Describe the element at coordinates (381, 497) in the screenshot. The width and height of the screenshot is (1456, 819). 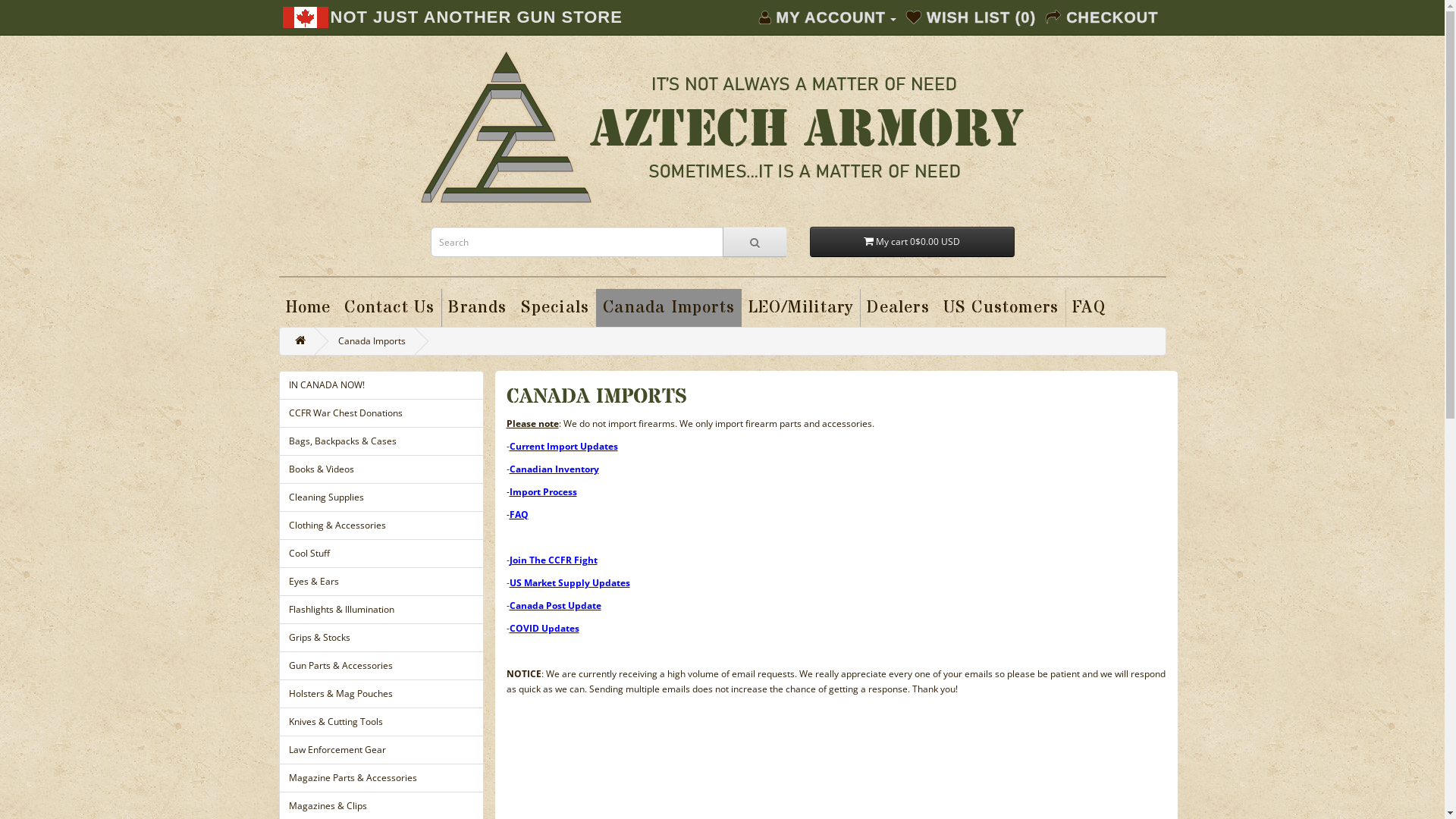
I see `'Cleaning Supplies'` at that location.